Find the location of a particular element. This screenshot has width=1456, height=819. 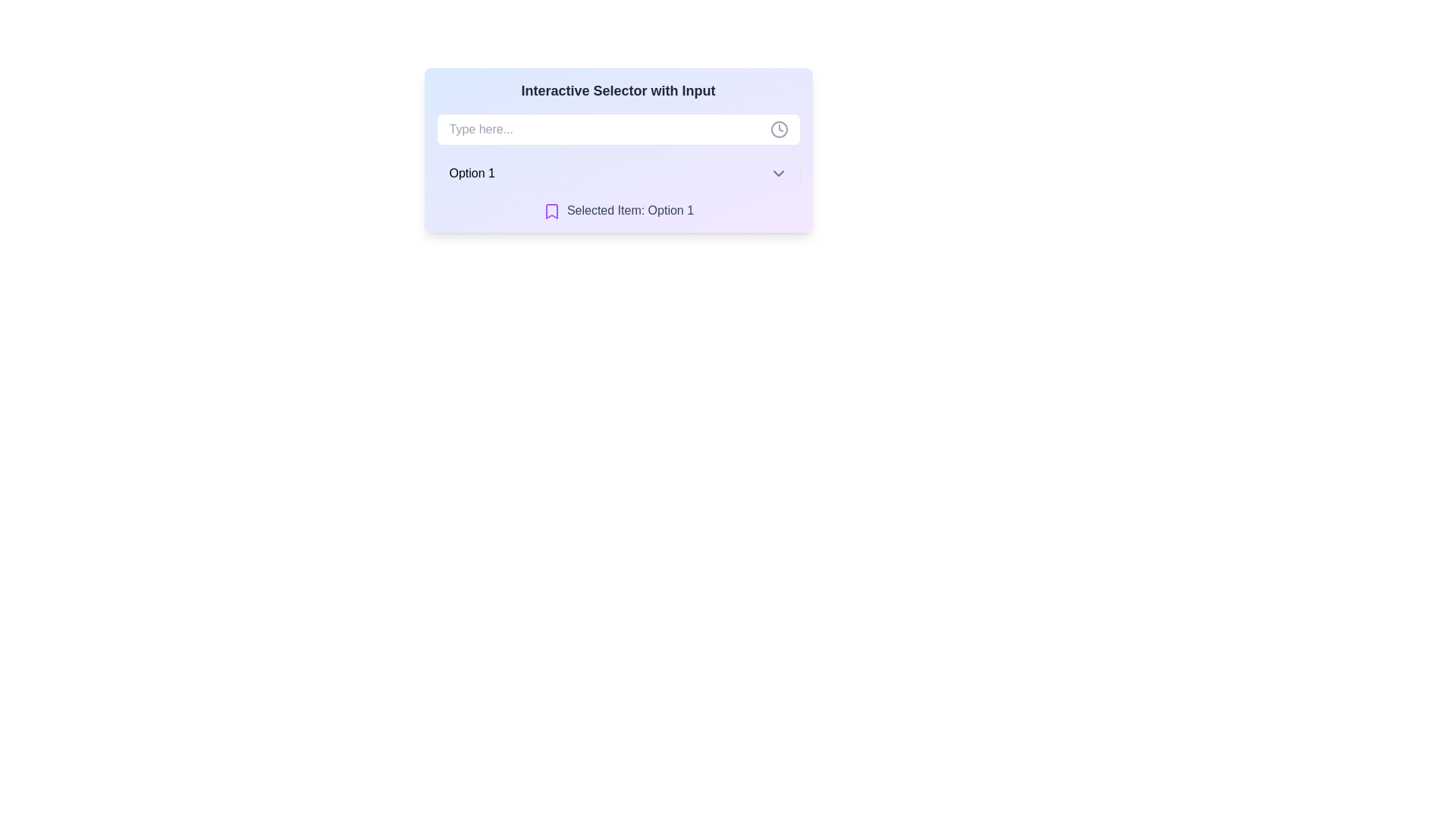

the time selection icon located to the far-right side of the text input field labeled 'Type here...' to trigger the tooltip or focus effect is located at coordinates (779, 128).